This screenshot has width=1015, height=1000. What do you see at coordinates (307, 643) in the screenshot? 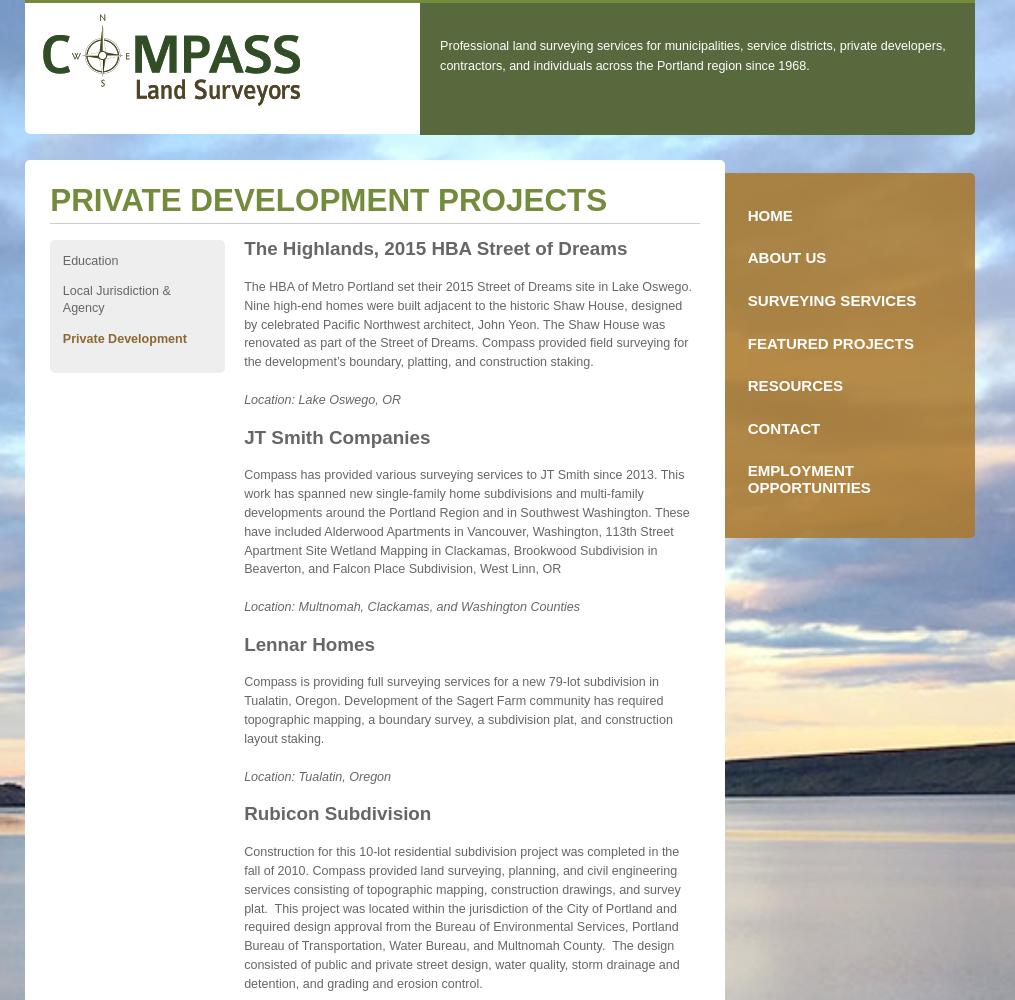
I see `'Lennar Homes'` at bounding box center [307, 643].